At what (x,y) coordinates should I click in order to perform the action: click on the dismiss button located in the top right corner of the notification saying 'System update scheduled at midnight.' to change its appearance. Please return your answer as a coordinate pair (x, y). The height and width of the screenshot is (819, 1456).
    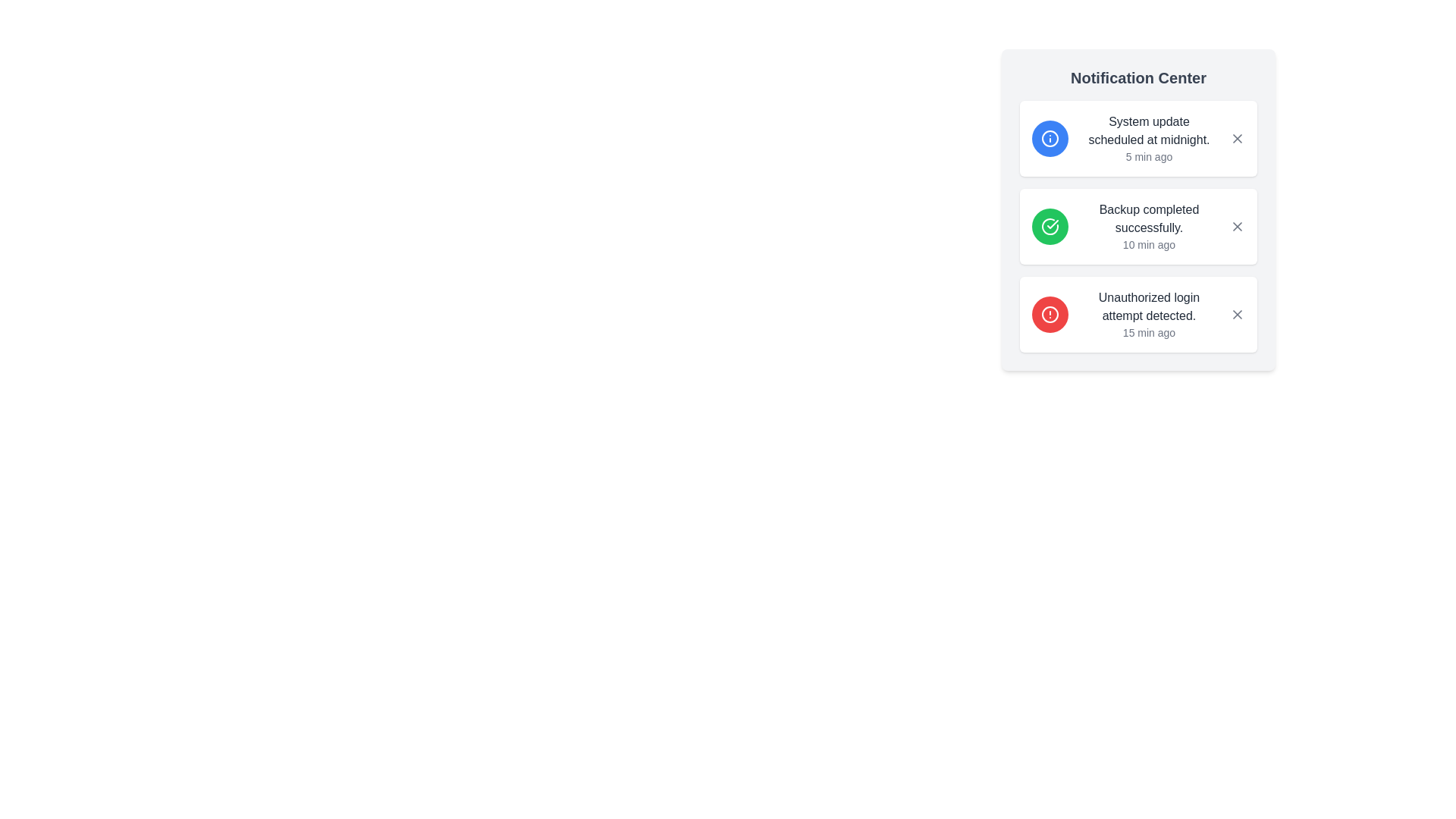
    Looking at the image, I should click on (1238, 138).